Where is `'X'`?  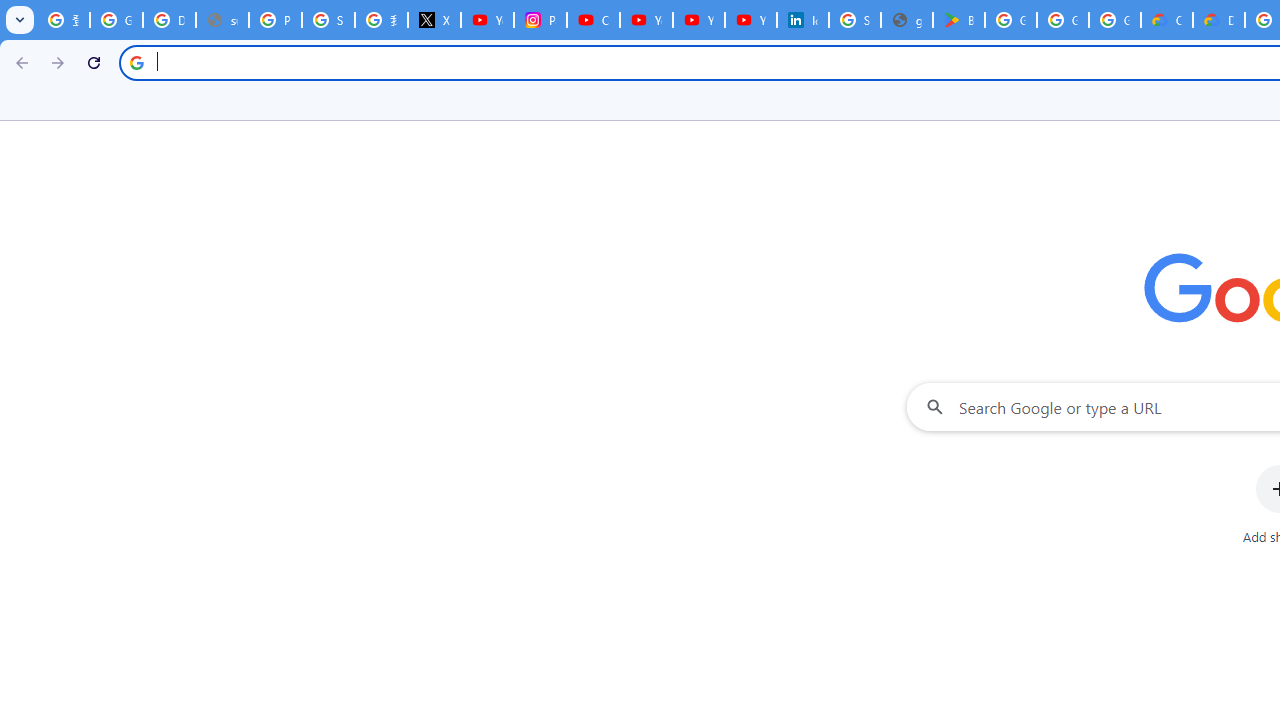
'X' is located at coordinates (433, 20).